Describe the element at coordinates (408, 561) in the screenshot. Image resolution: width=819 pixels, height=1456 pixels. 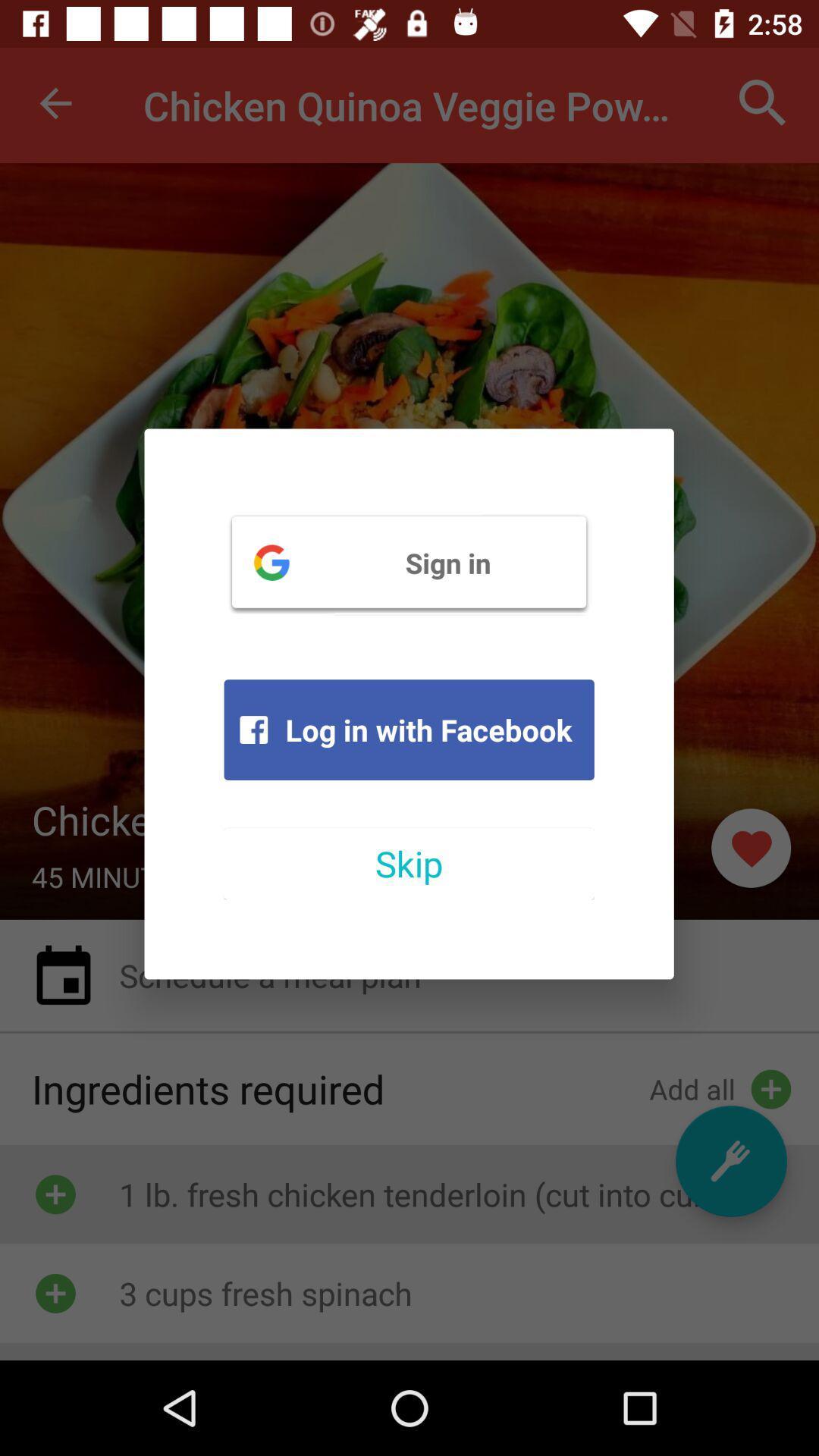
I see `the item above log in with` at that location.